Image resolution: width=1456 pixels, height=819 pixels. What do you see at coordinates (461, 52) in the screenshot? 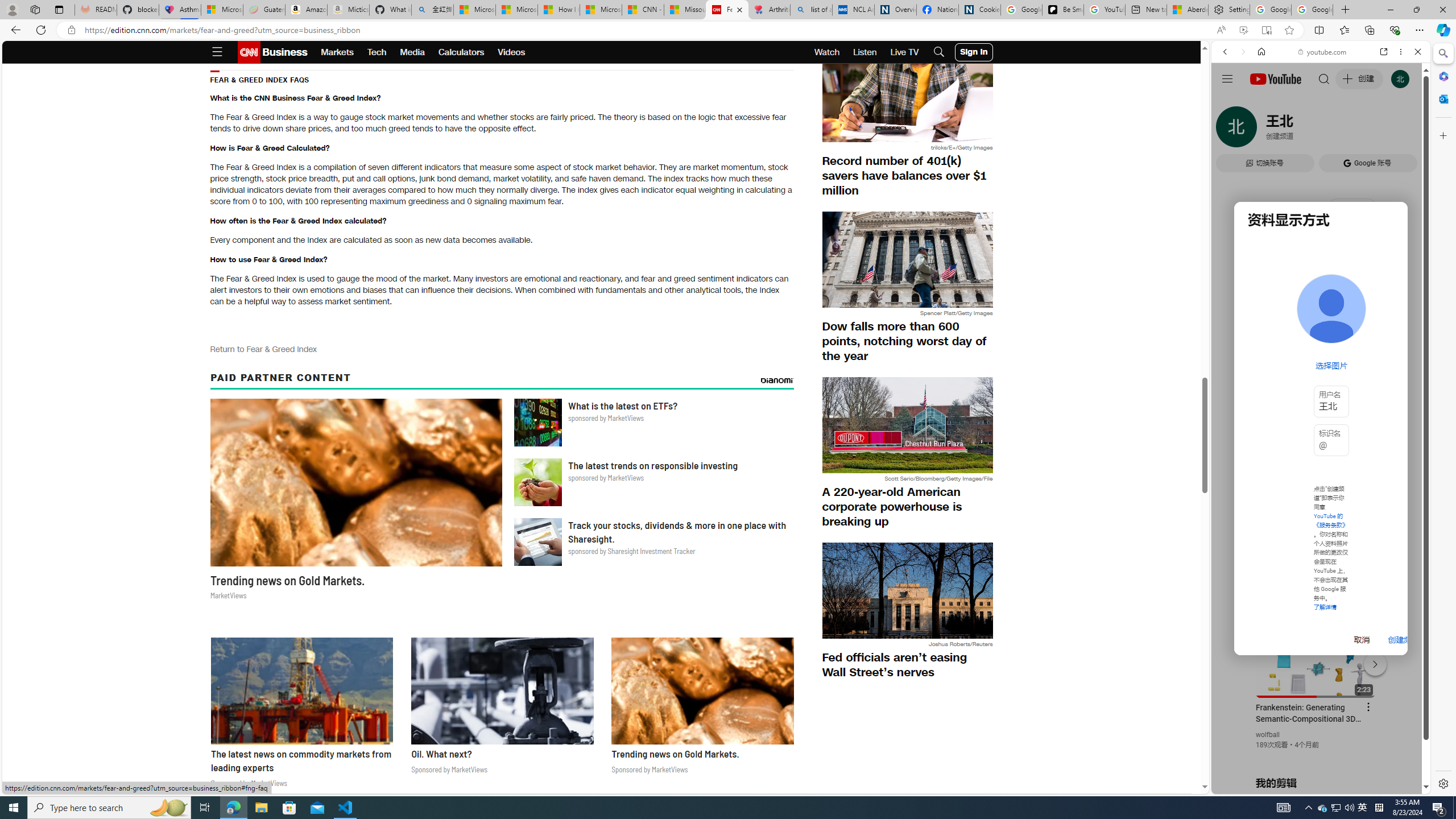
I see `'Calculators'` at bounding box center [461, 52].